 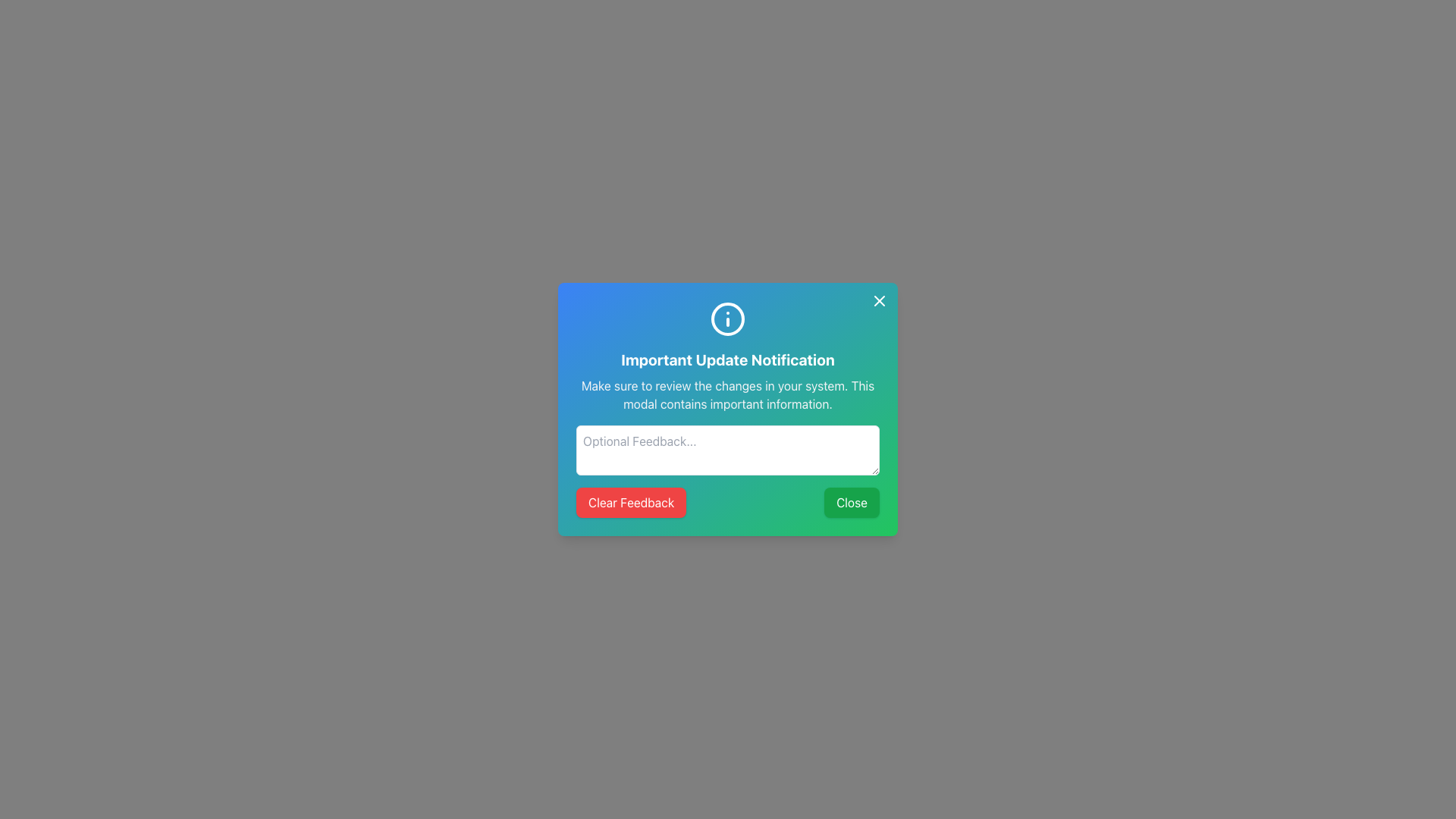 I want to click on the close button located in the top-right corner of the modal dialog to trigger a visual change, so click(x=880, y=301).